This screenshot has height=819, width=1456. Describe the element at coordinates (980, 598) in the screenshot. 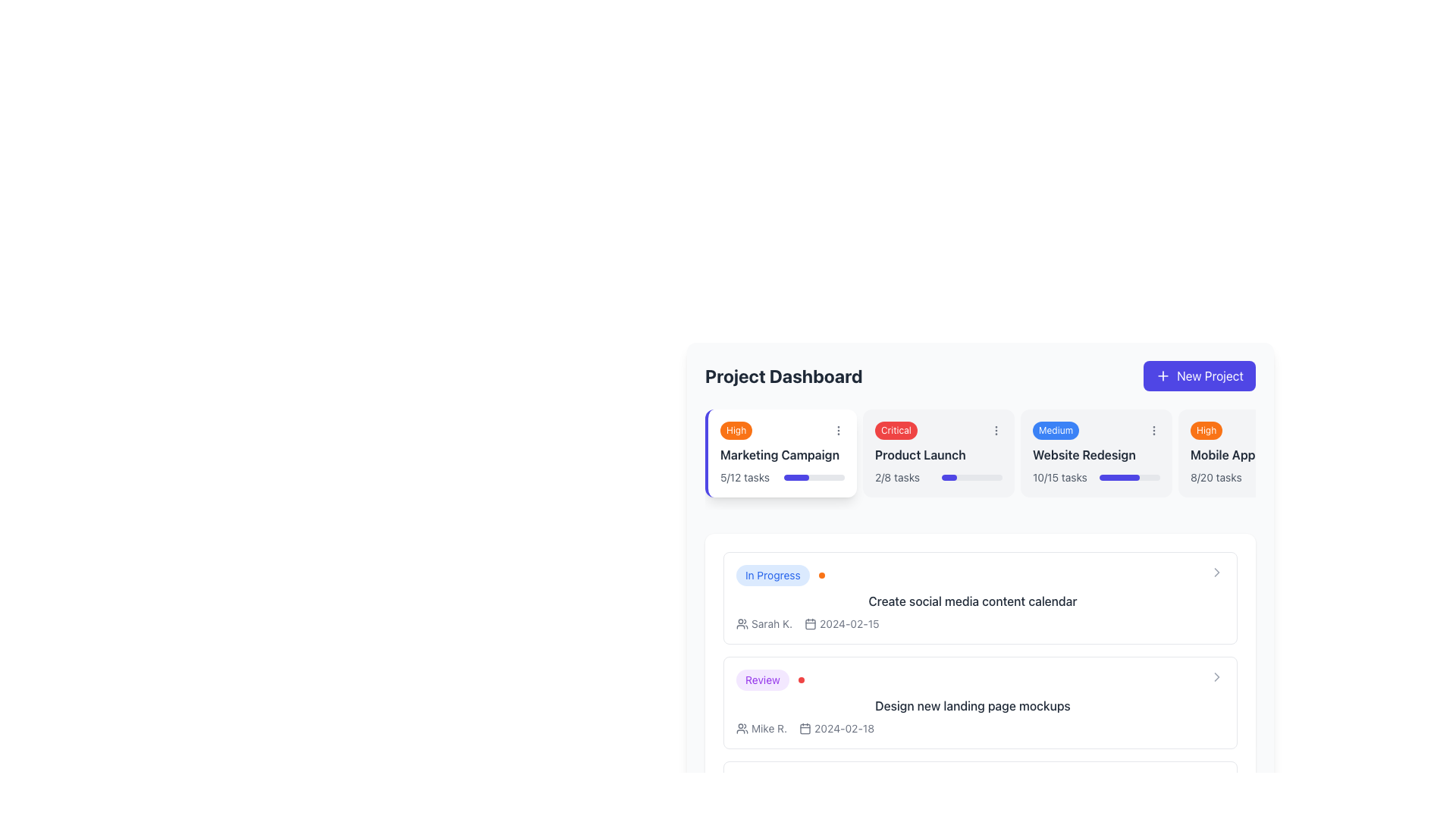

I see `the first task card in the project dashboard` at that location.